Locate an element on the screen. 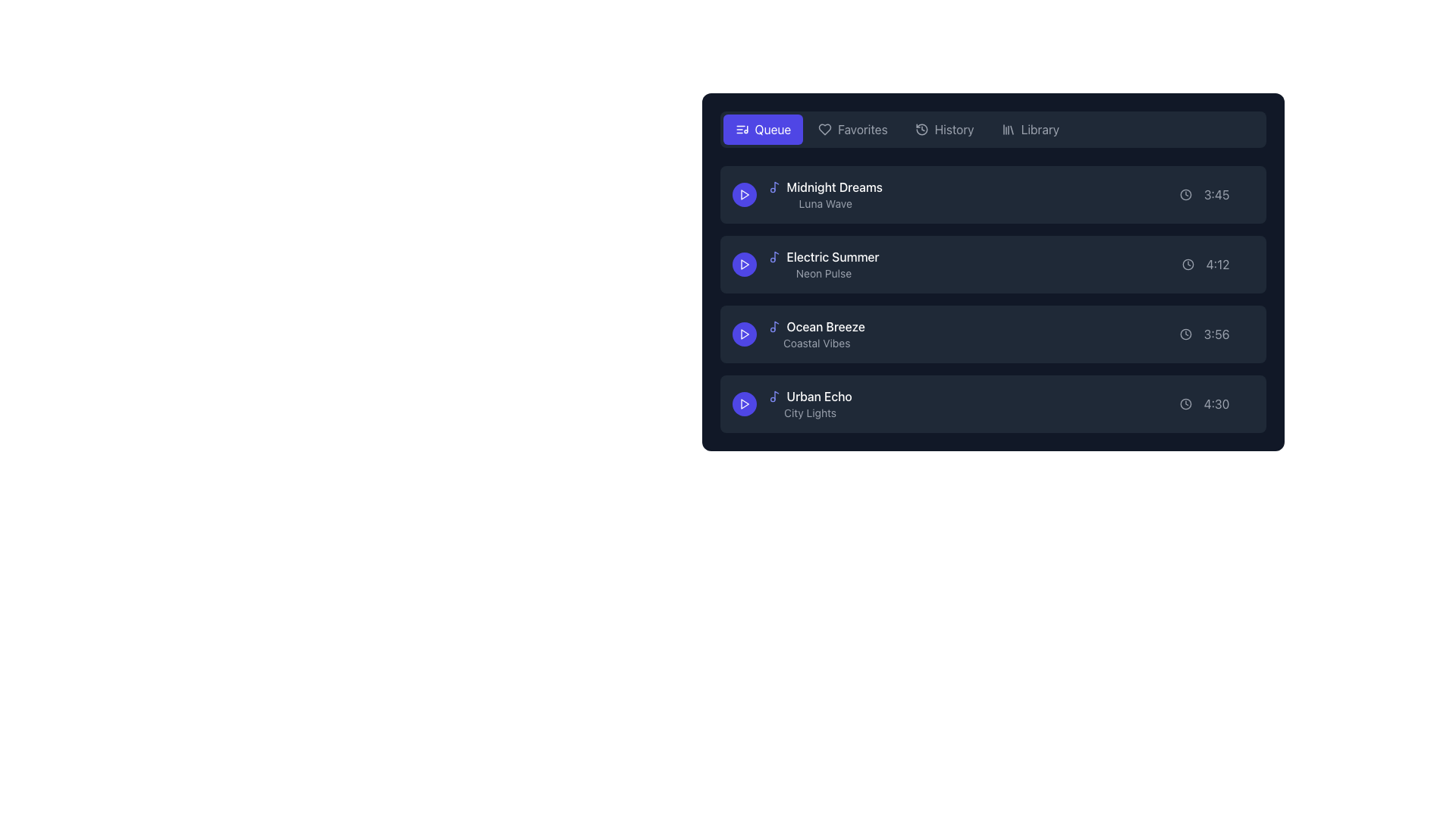 This screenshot has height=819, width=1456. the text label representing the first song in the vertical list of audio entries within the dark-themed panel is located at coordinates (824, 186).